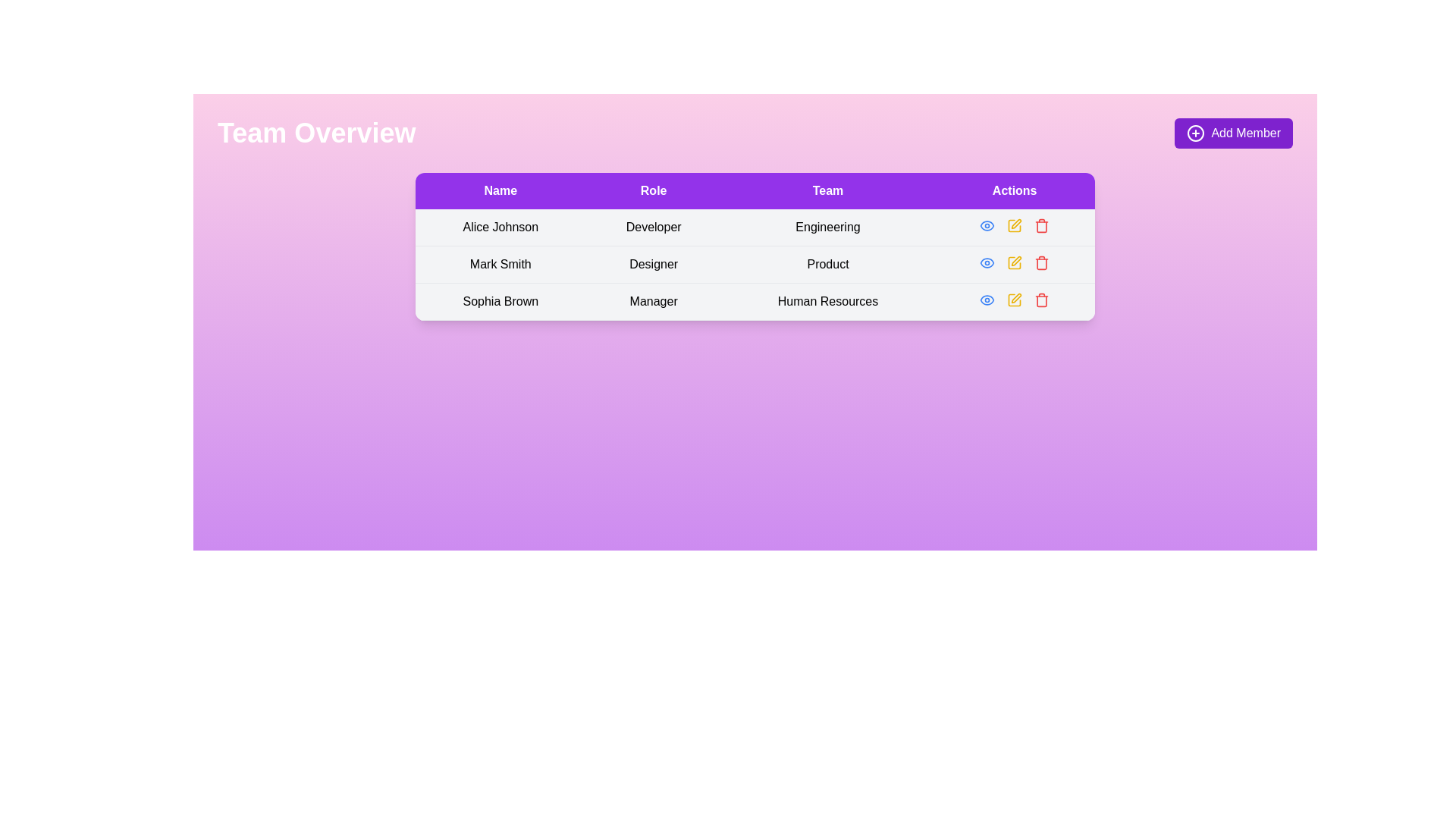 The image size is (1456, 819). Describe the element at coordinates (827, 227) in the screenshot. I see `the static text field displaying 'Engineering' in the 'Team' column of the 'Team Overview' table` at that location.